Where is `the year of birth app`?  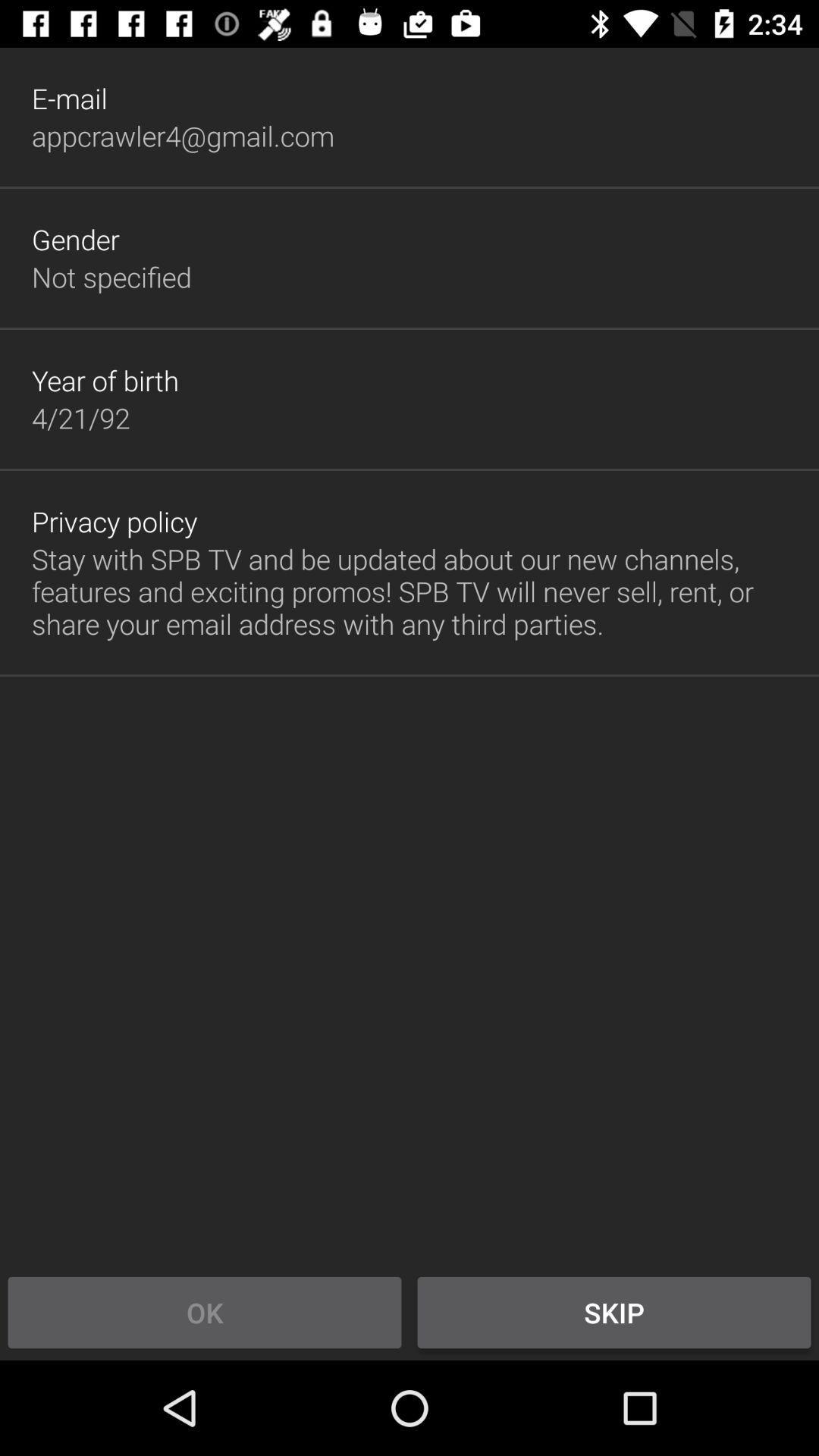 the year of birth app is located at coordinates (105, 380).